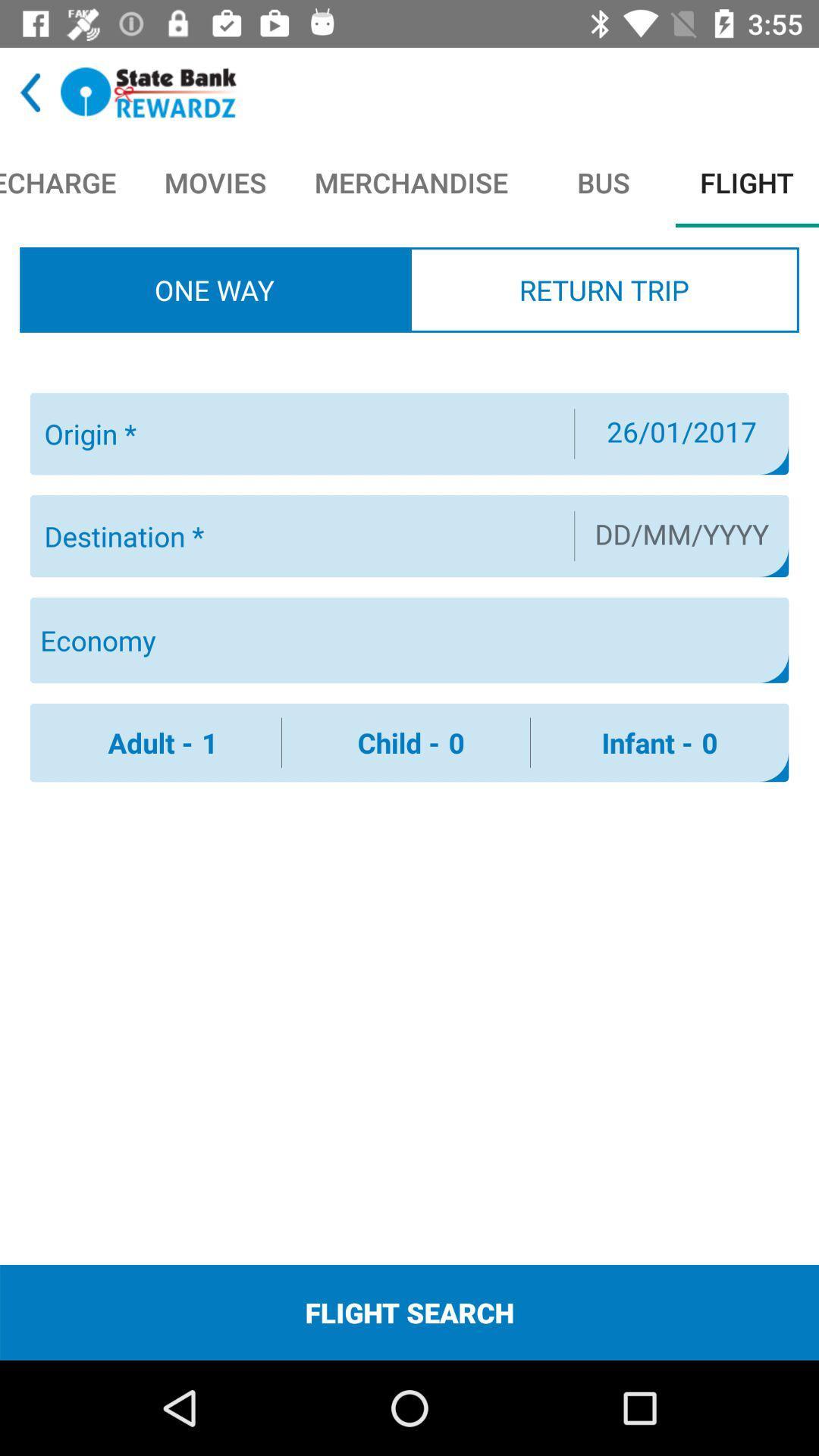 The image size is (819, 1456). Describe the element at coordinates (300, 433) in the screenshot. I see `creat origin` at that location.